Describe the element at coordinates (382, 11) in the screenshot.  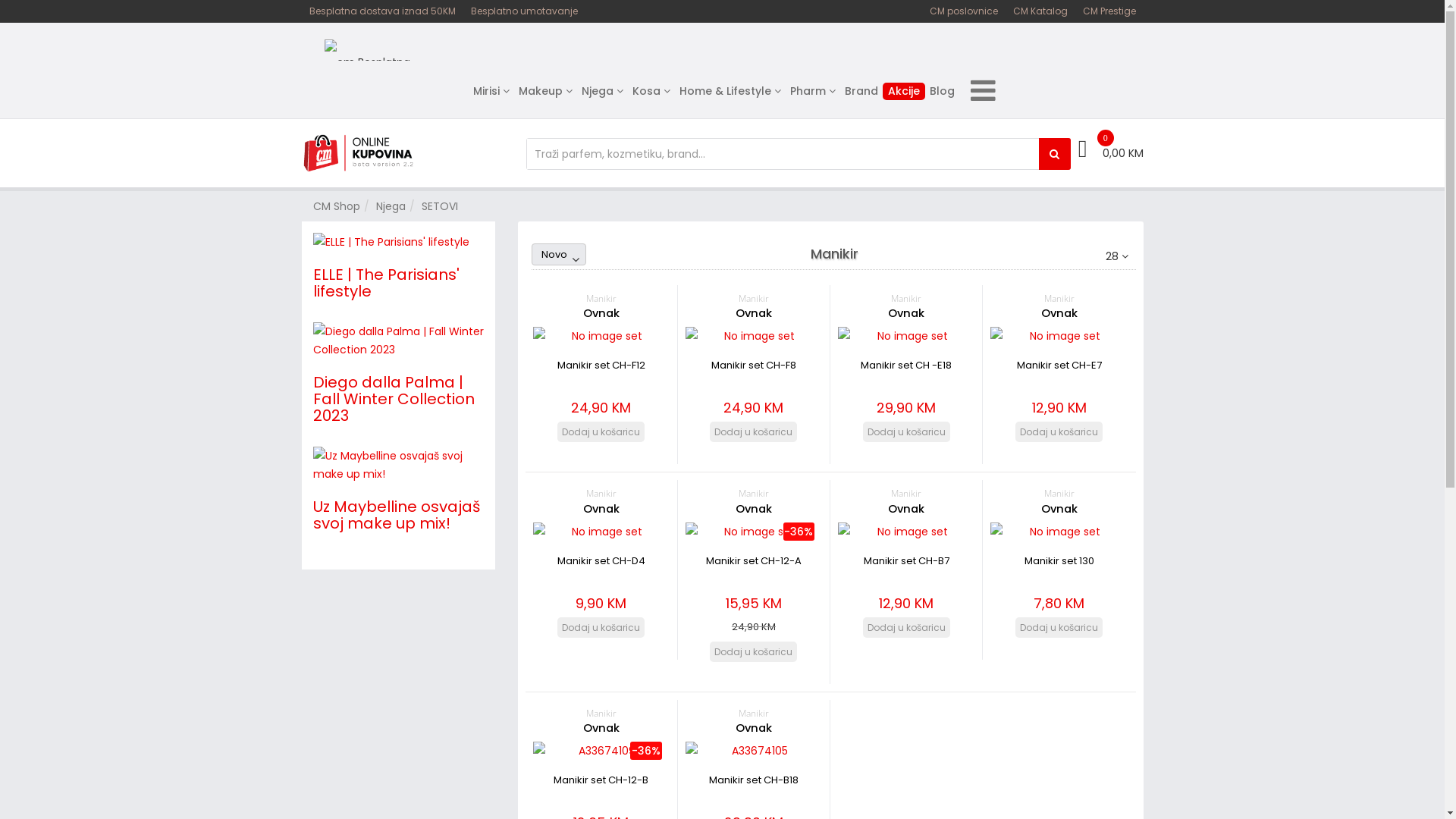
I see `'Besplatna dostava iznad 50KM'` at that location.